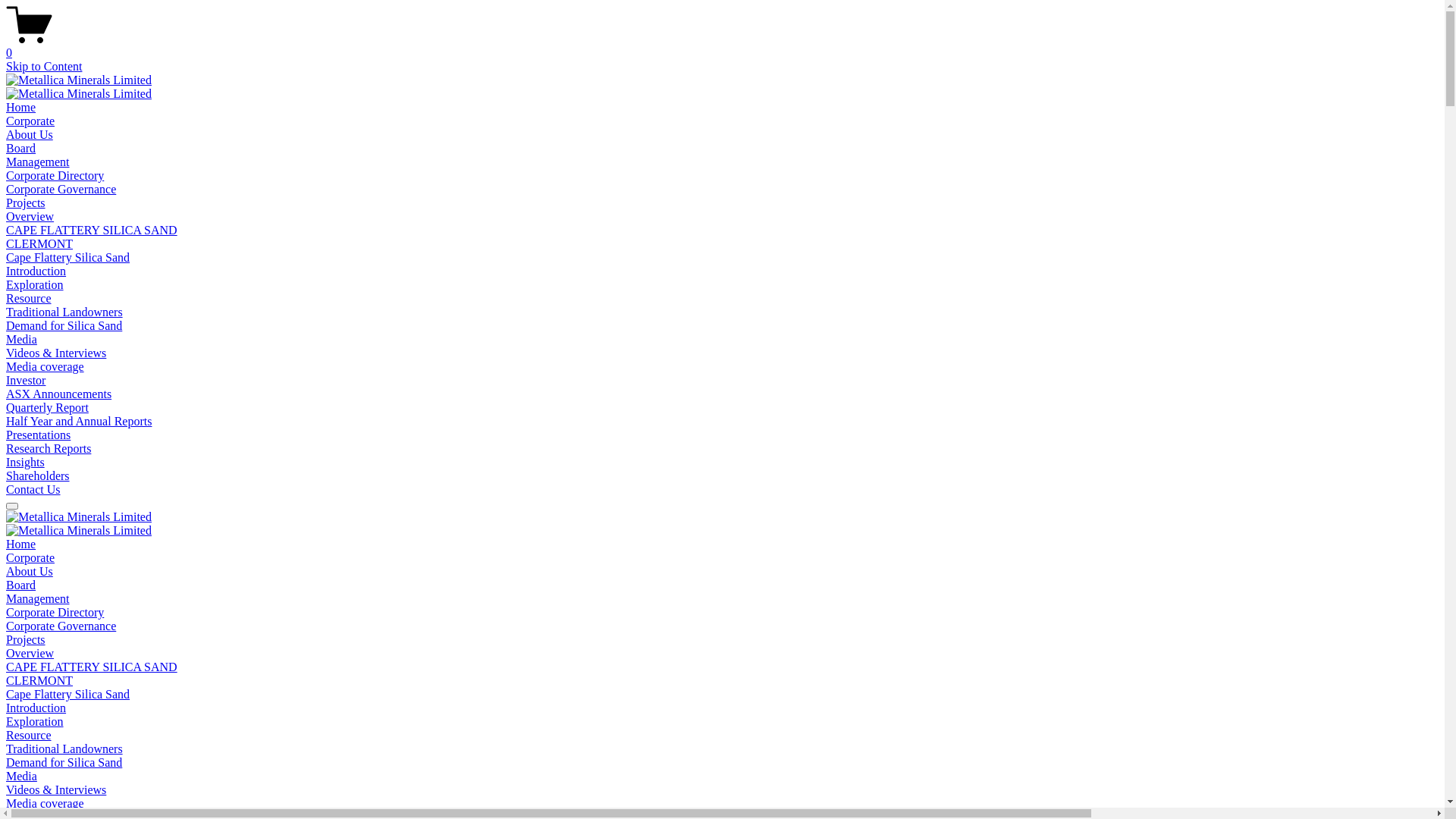  Describe the element at coordinates (55, 174) in the screenshot. I see `'Corporate Directory'` at that location.